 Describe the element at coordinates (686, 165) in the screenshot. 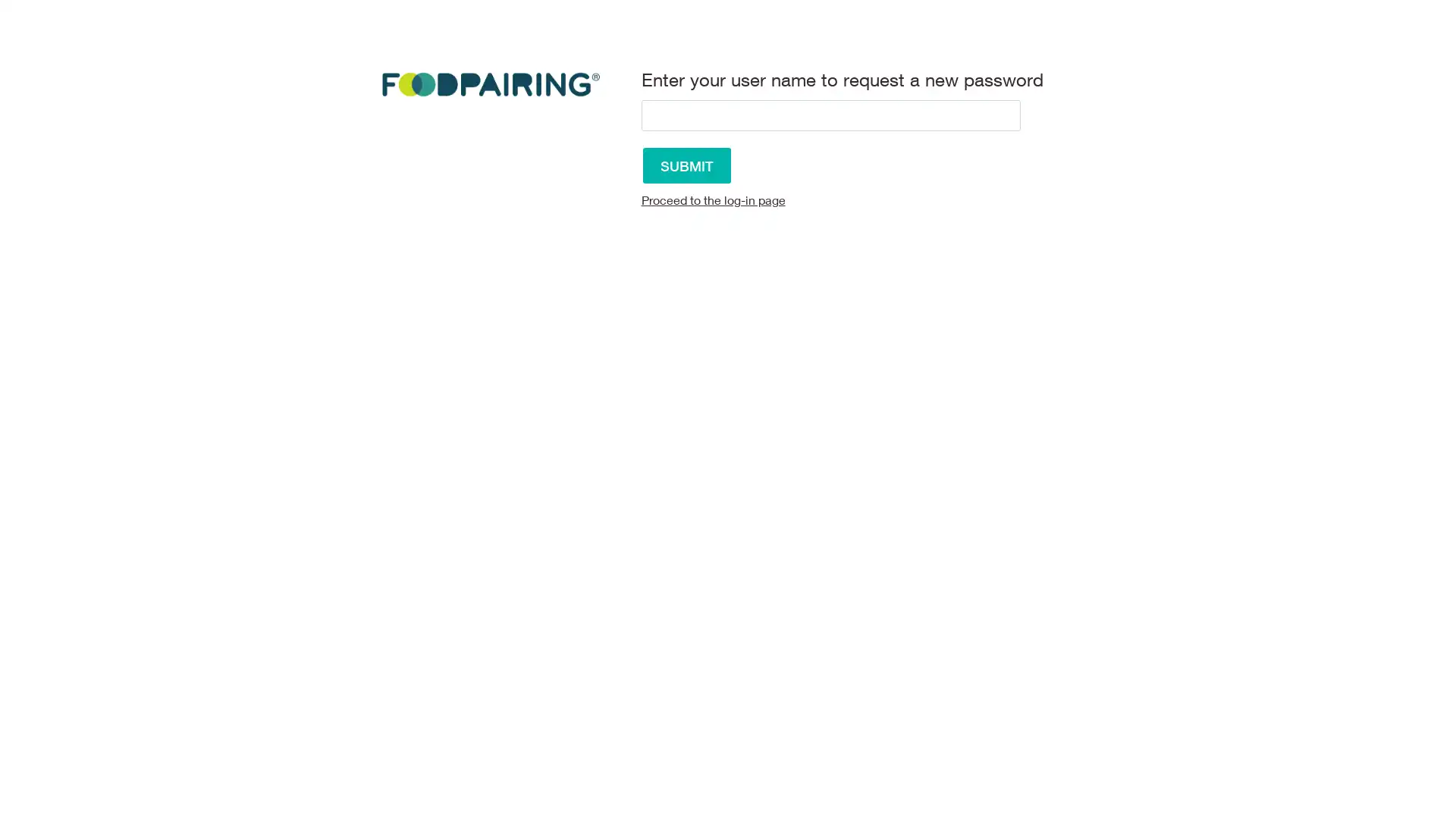

I see `Submit` at that location.